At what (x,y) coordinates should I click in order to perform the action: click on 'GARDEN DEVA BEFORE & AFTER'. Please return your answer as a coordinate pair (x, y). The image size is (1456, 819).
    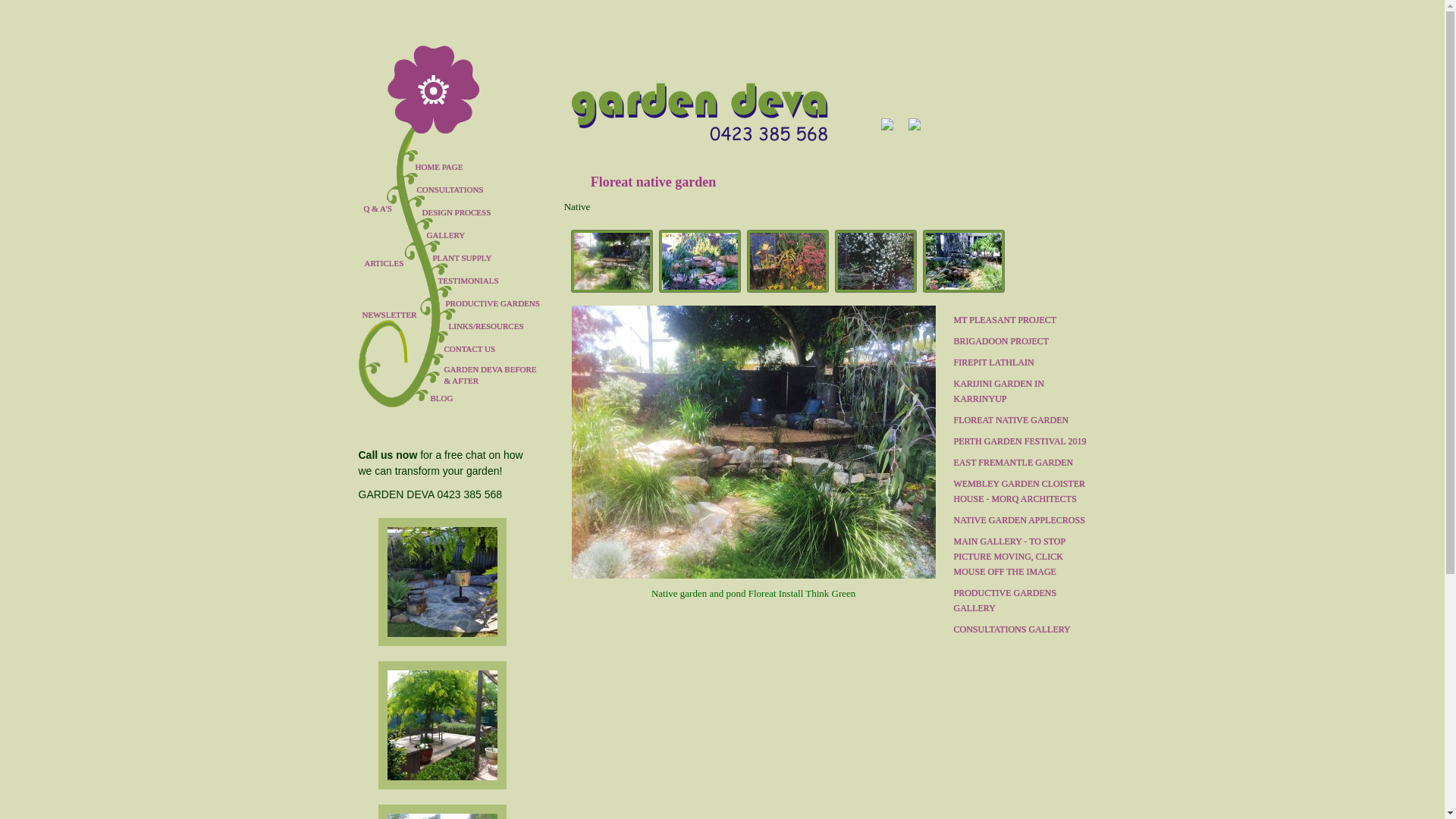
    Looking at the image, I should click on (443, 375).